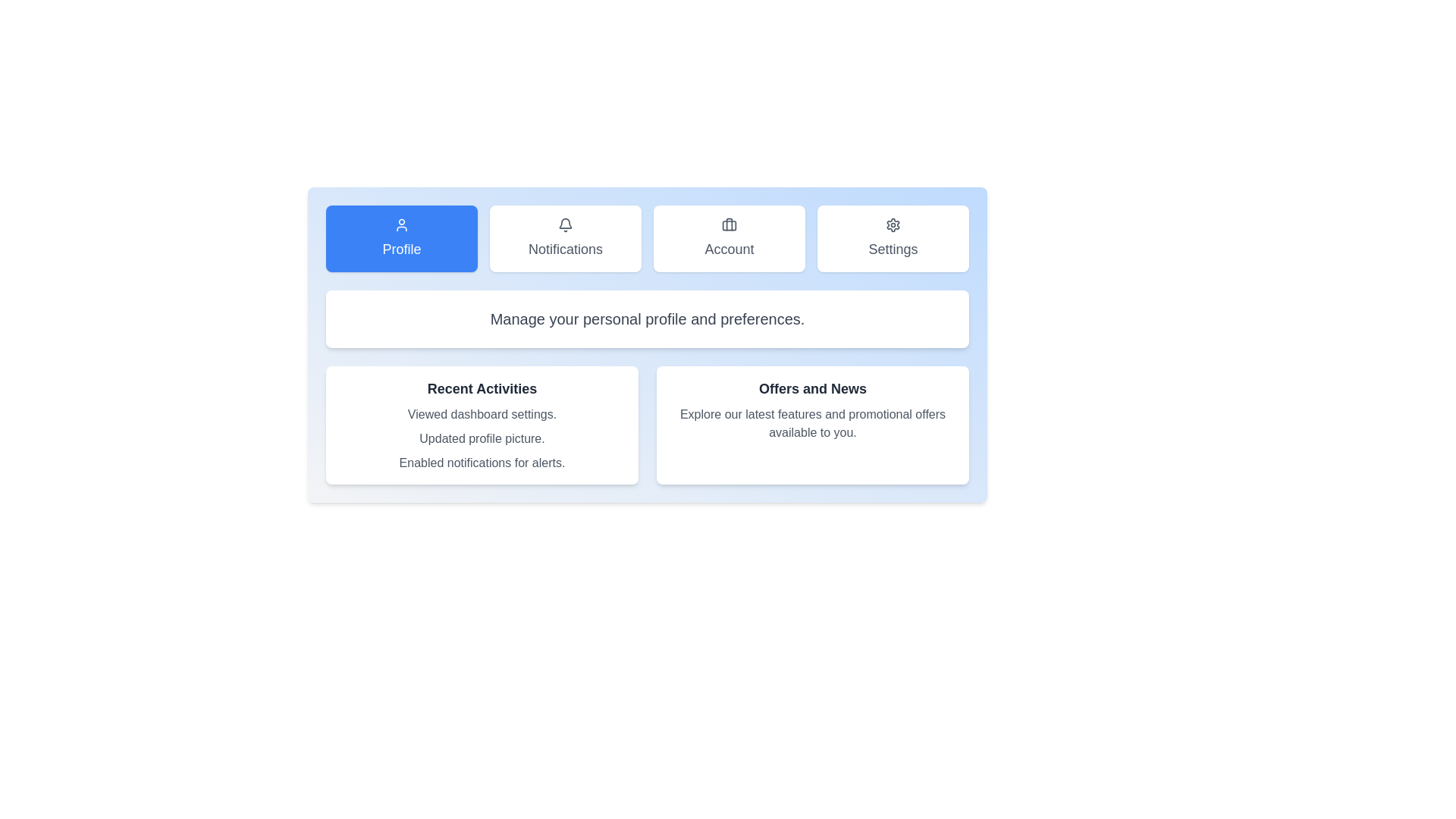  Describe the element at coordinates (401, 225) in the screenshot. I see `the user profile management icon located within the 'Profile' button, positioned above the text 'Profile'` at that location.